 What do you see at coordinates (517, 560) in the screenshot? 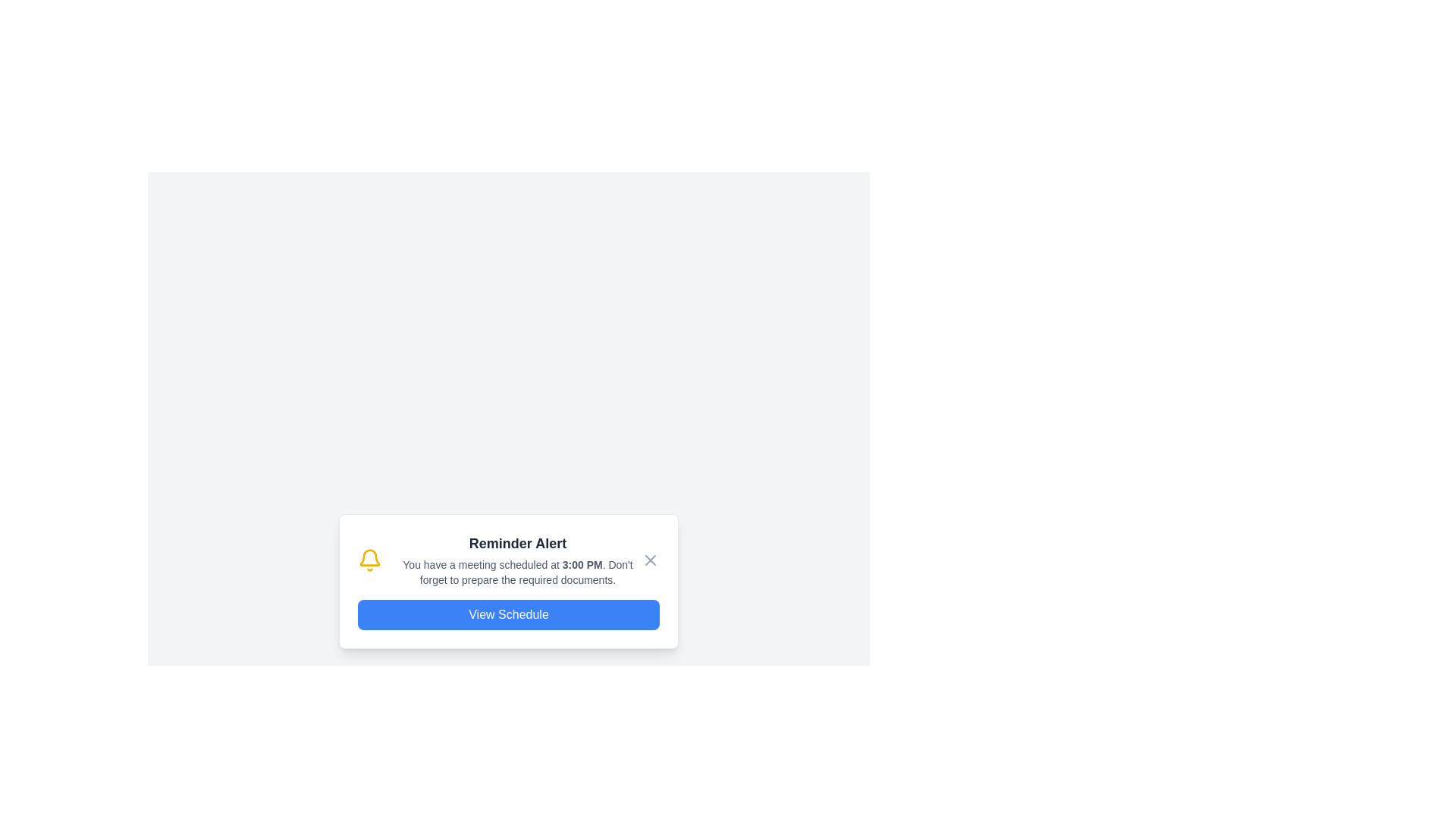
I see `the Notification Content element, which is located in the center of a notification card, to the right of a bell icon and above a button labeled 'View Schedule'` at bounding box center [517, 560].